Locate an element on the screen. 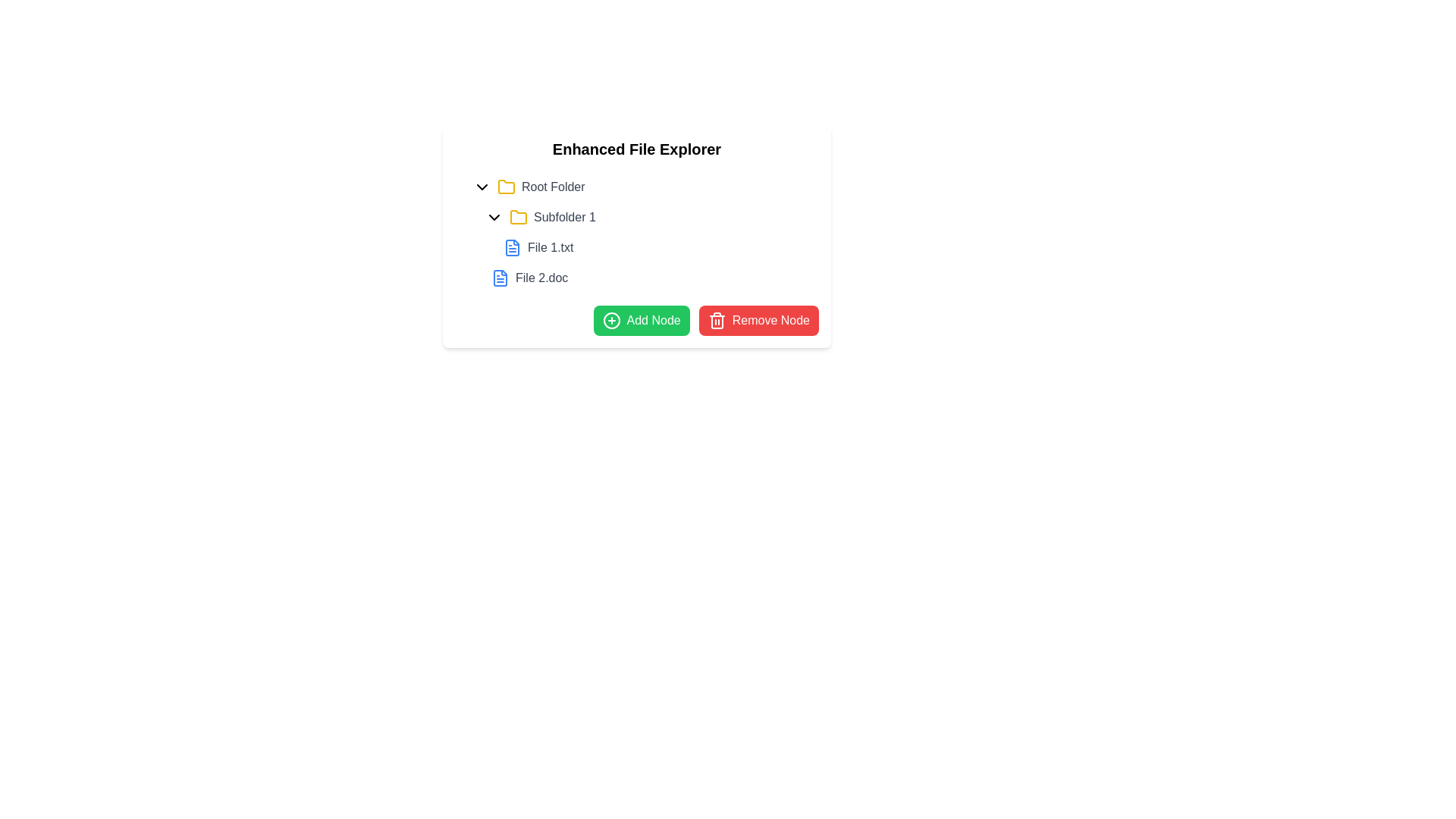  the Text Label displaying 'Subfolder 1', which is located to the right of the yellow folder icon in the file explorer interface is located at coordinates (563, 217).